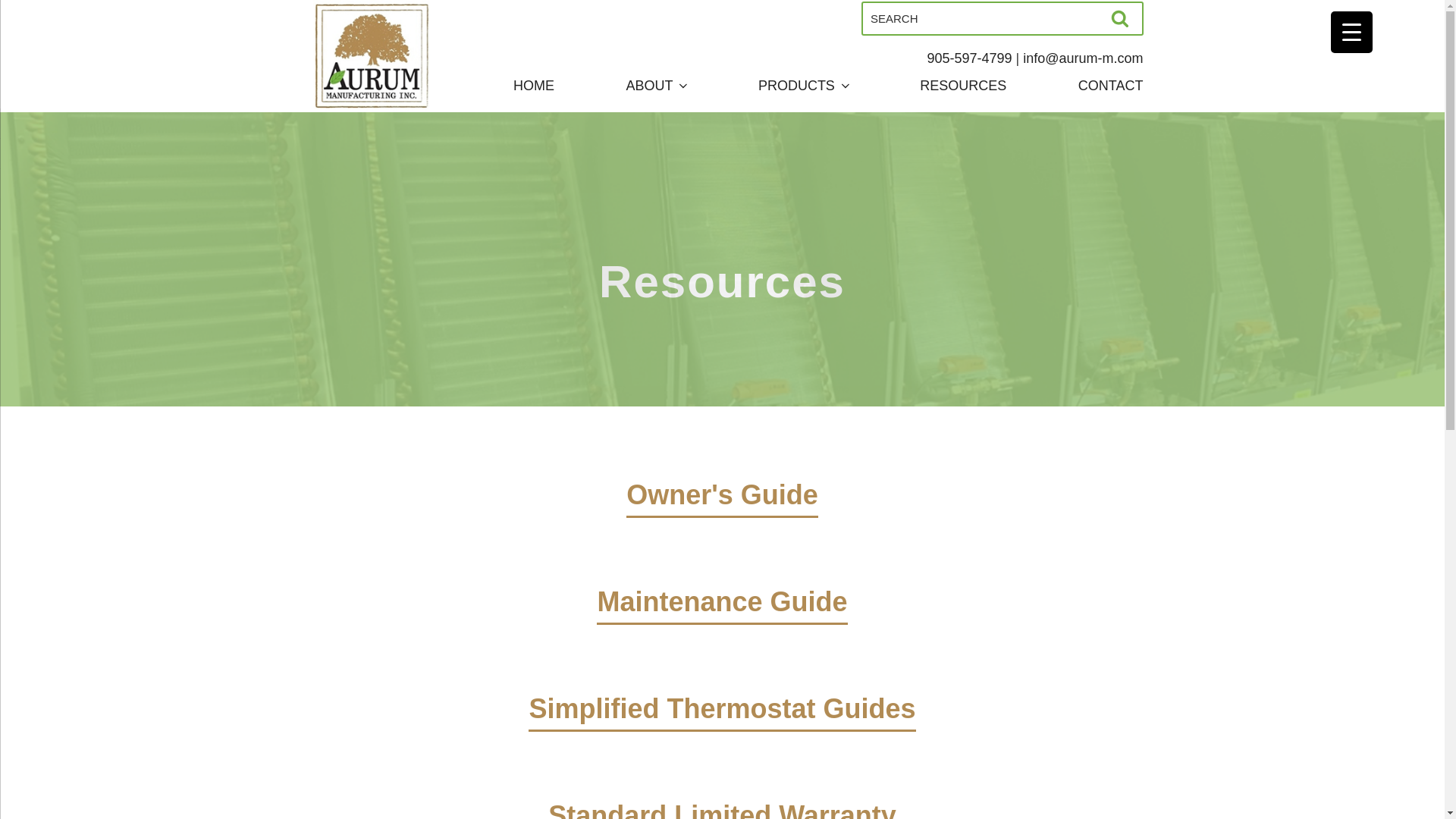 The width and height of the screenshot is (1456, 819). Describe the element at coordinates (655, 86) in the screenshot. I see `'ABOUT'` at that location.